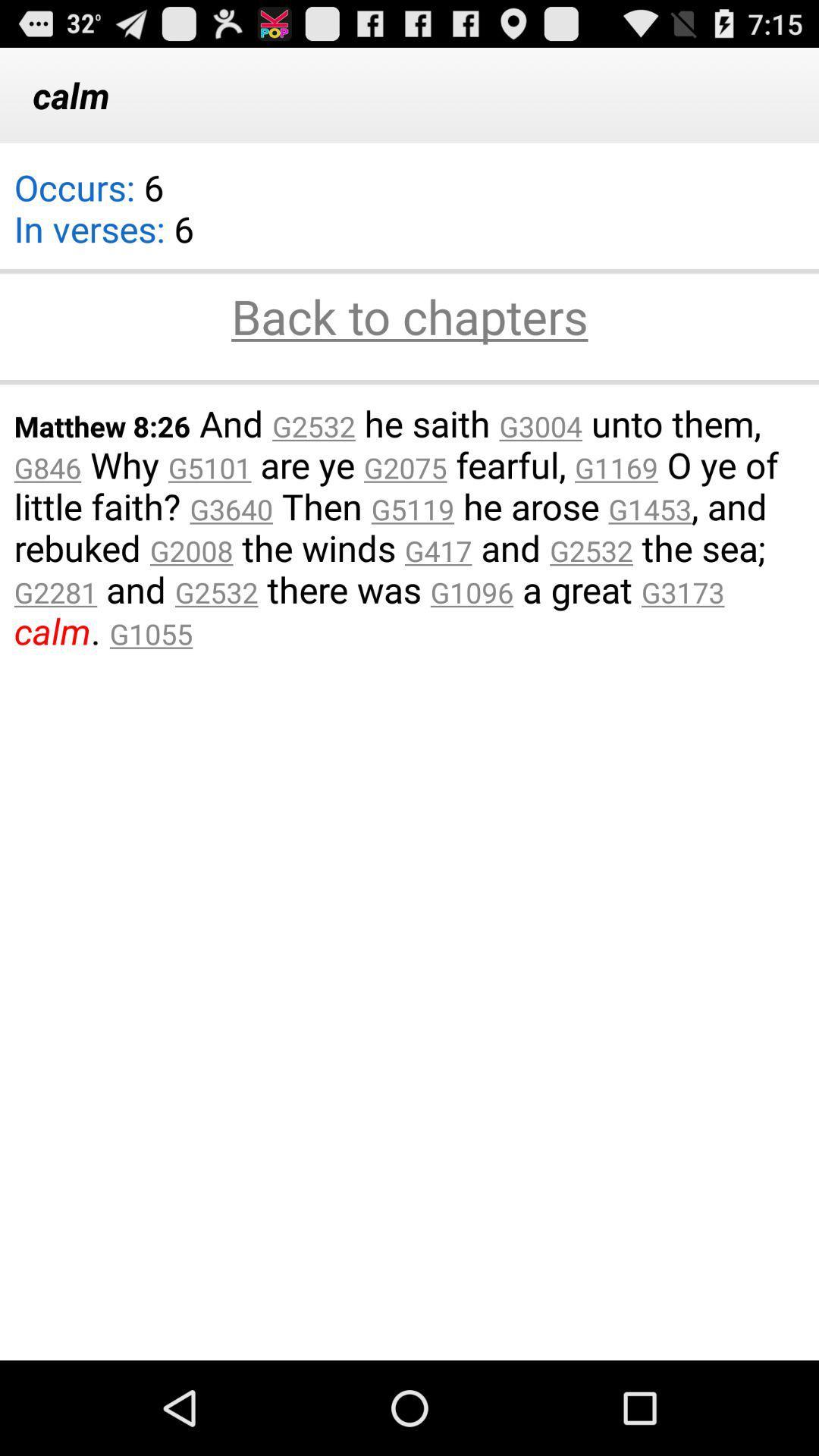 This screenshot has width=819, height=1456. I want to click on back to chapters, so click(409, 318).